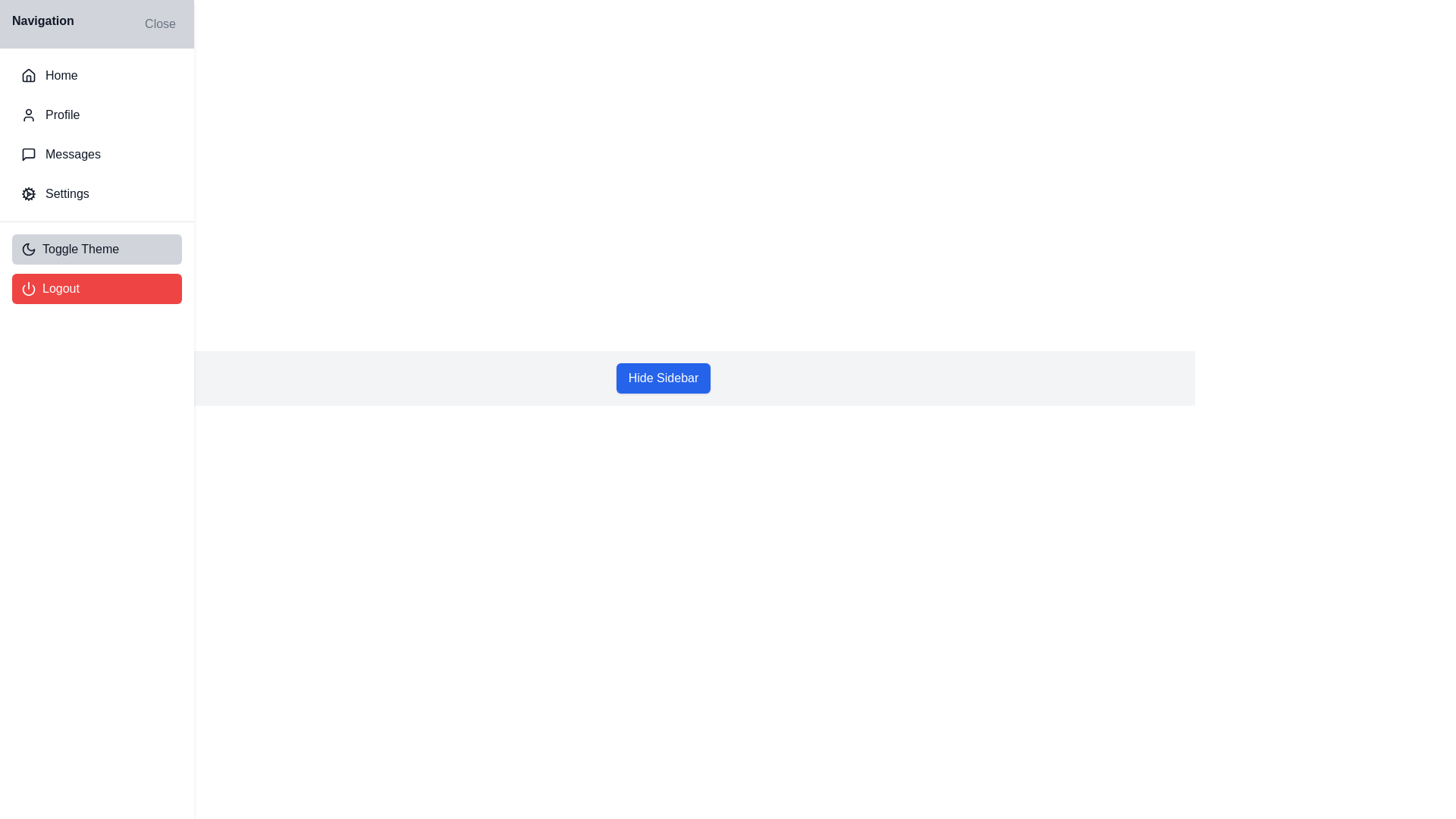 The image size is (1456, 819). I want to click on the 'Home' icon located at the top-left corner of the sidebar menu, which serves as a visual identifier for the 'Home' functionality, so click(29, 76).